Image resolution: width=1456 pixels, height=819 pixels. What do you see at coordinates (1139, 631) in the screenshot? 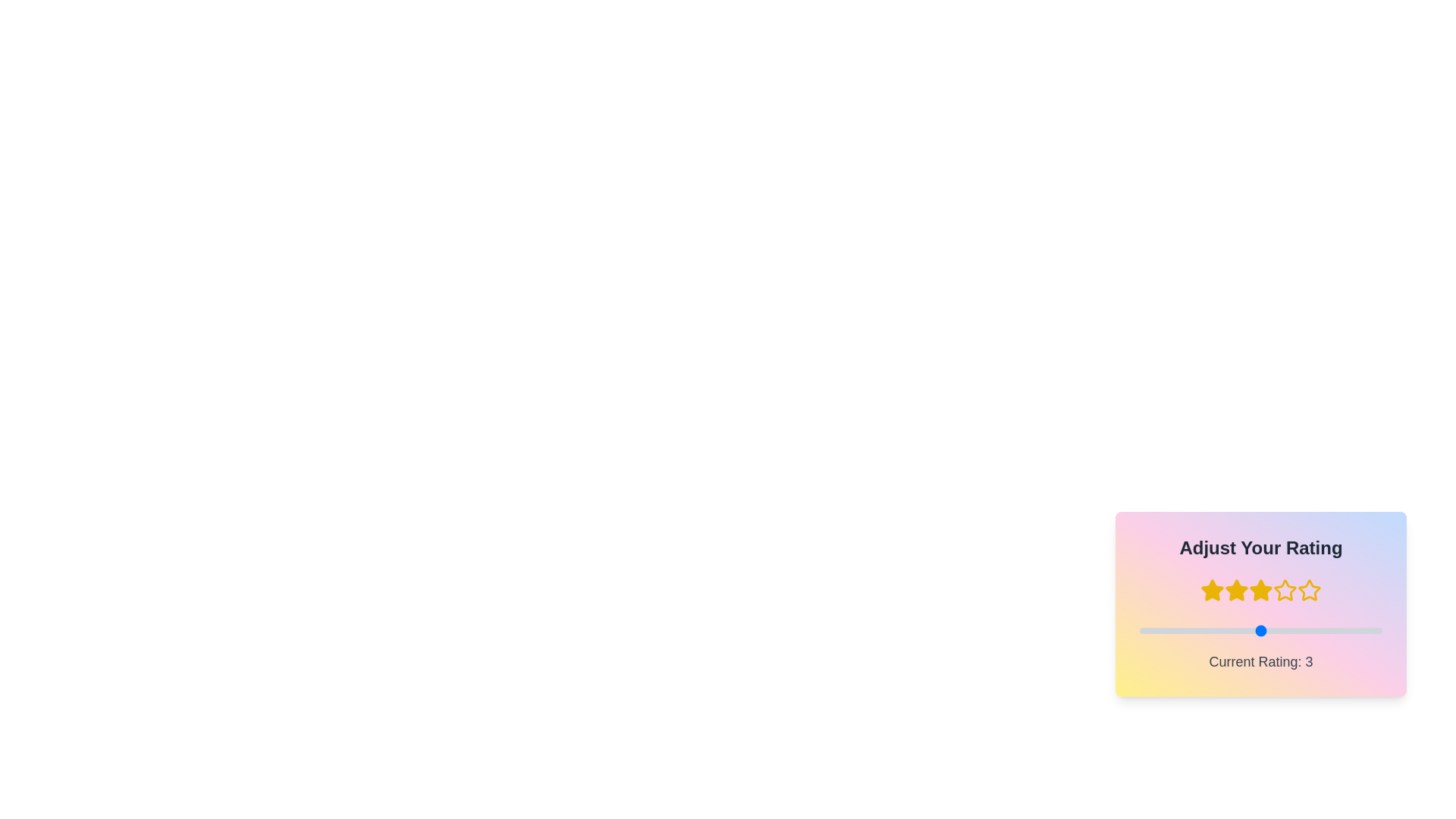
I see `the slider to set the rating to 2 (1 to 5)` at bounding box center [1139, 631].